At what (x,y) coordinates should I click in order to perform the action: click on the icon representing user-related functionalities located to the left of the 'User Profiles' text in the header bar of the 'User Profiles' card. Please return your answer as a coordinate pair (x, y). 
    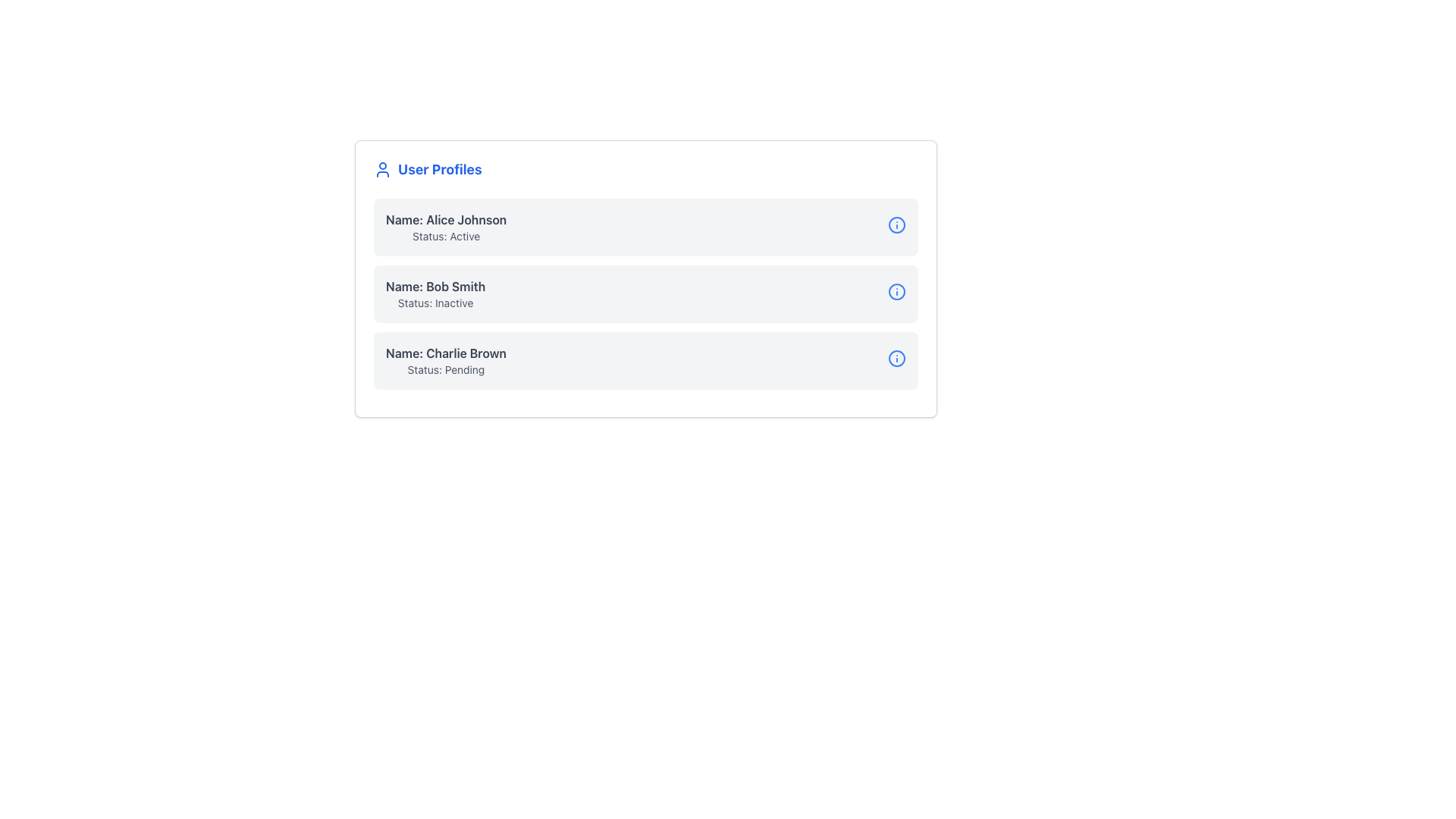
    Looking at the image, I should click on (382, 169).